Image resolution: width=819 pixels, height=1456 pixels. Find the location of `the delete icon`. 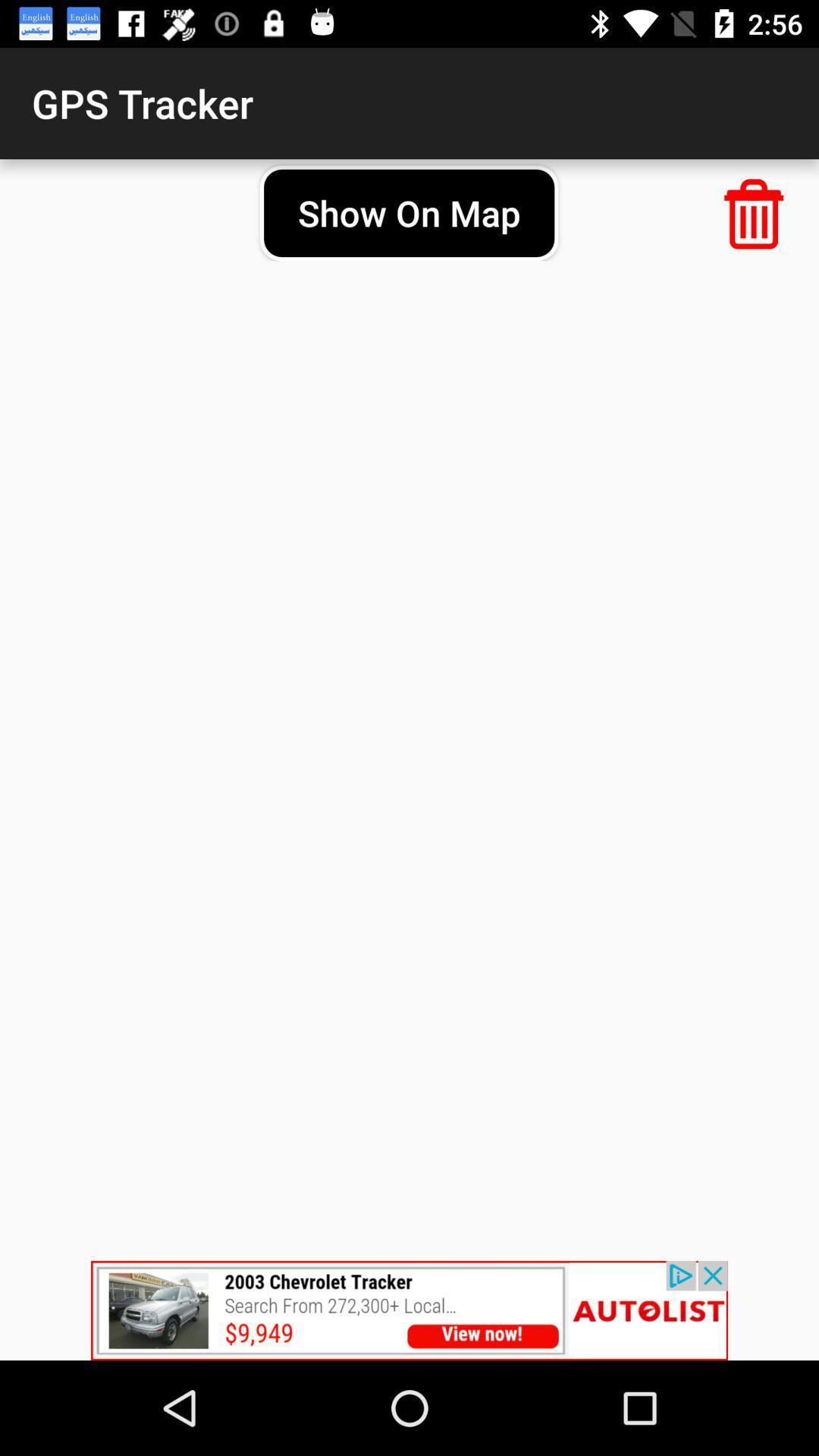

the delete icon is located at coordinates (754, 213).